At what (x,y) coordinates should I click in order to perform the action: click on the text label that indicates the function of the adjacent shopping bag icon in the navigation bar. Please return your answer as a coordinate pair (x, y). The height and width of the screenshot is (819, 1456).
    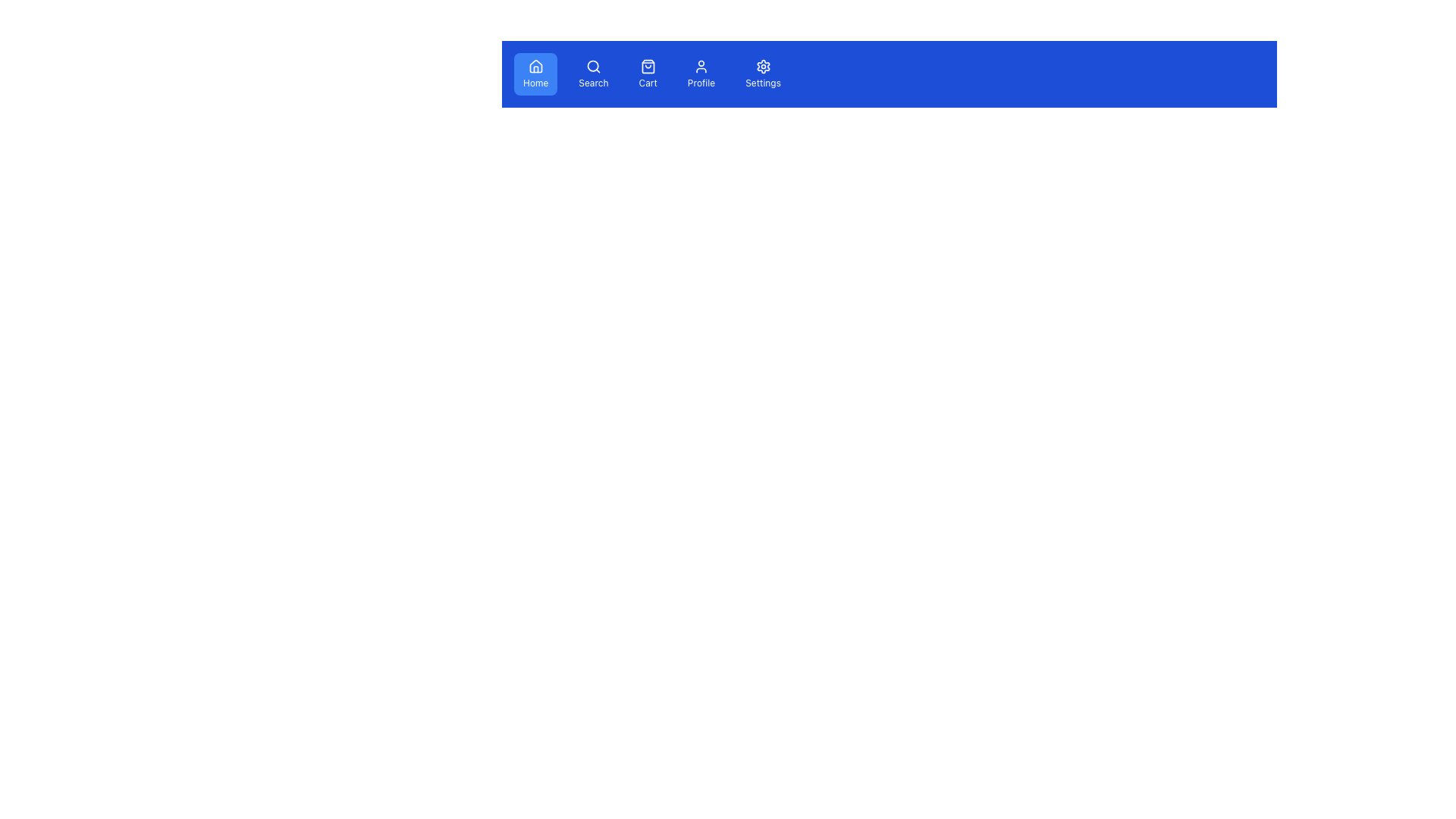
    Looking at the image, I should click on (648, 83).